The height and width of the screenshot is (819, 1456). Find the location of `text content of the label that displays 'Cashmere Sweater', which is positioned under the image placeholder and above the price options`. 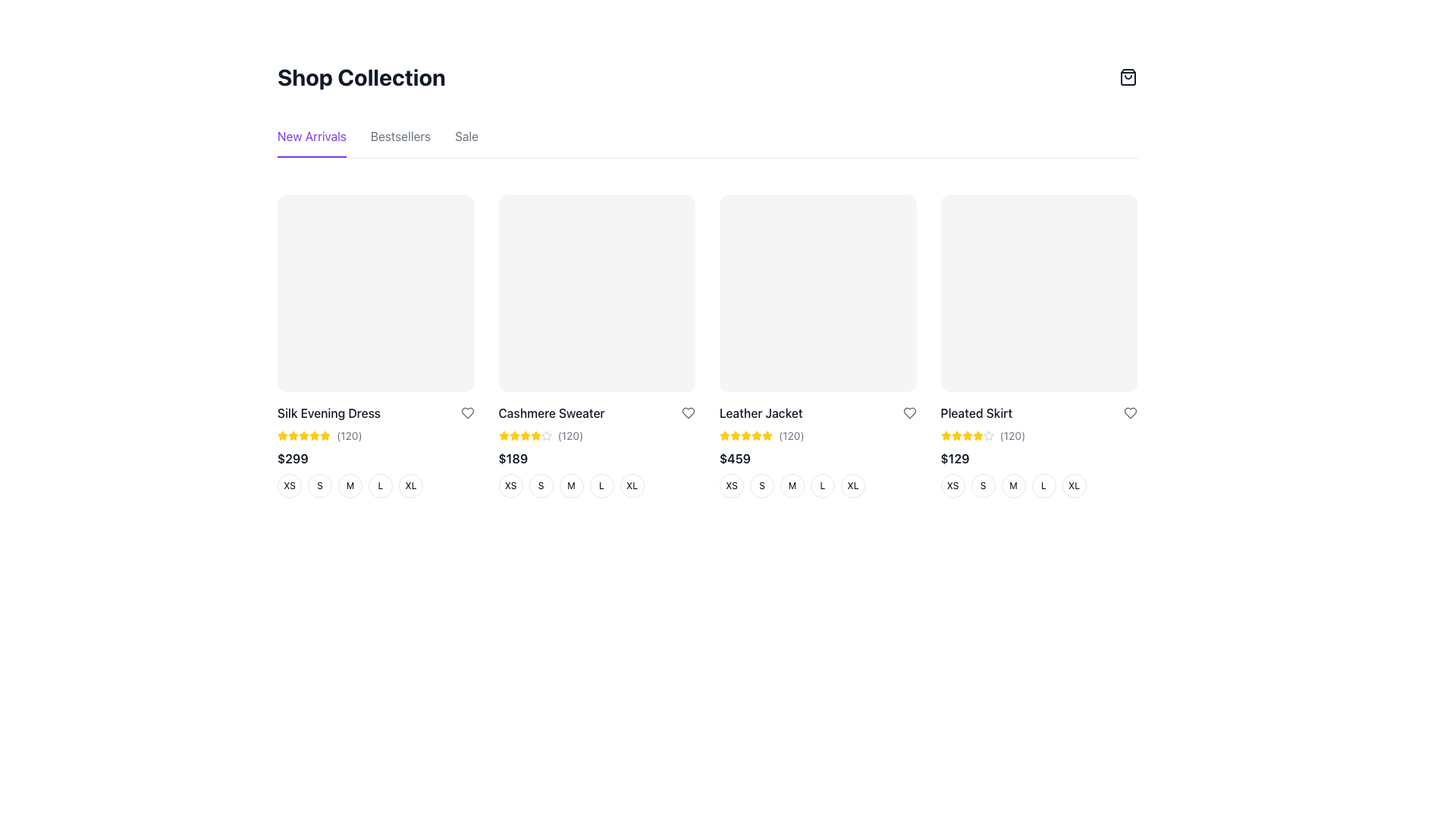

text content of the label that displays 'Cashmere Sweater', which is positioned under the image placeholder and above the price options is located at coordinates (551, 413).